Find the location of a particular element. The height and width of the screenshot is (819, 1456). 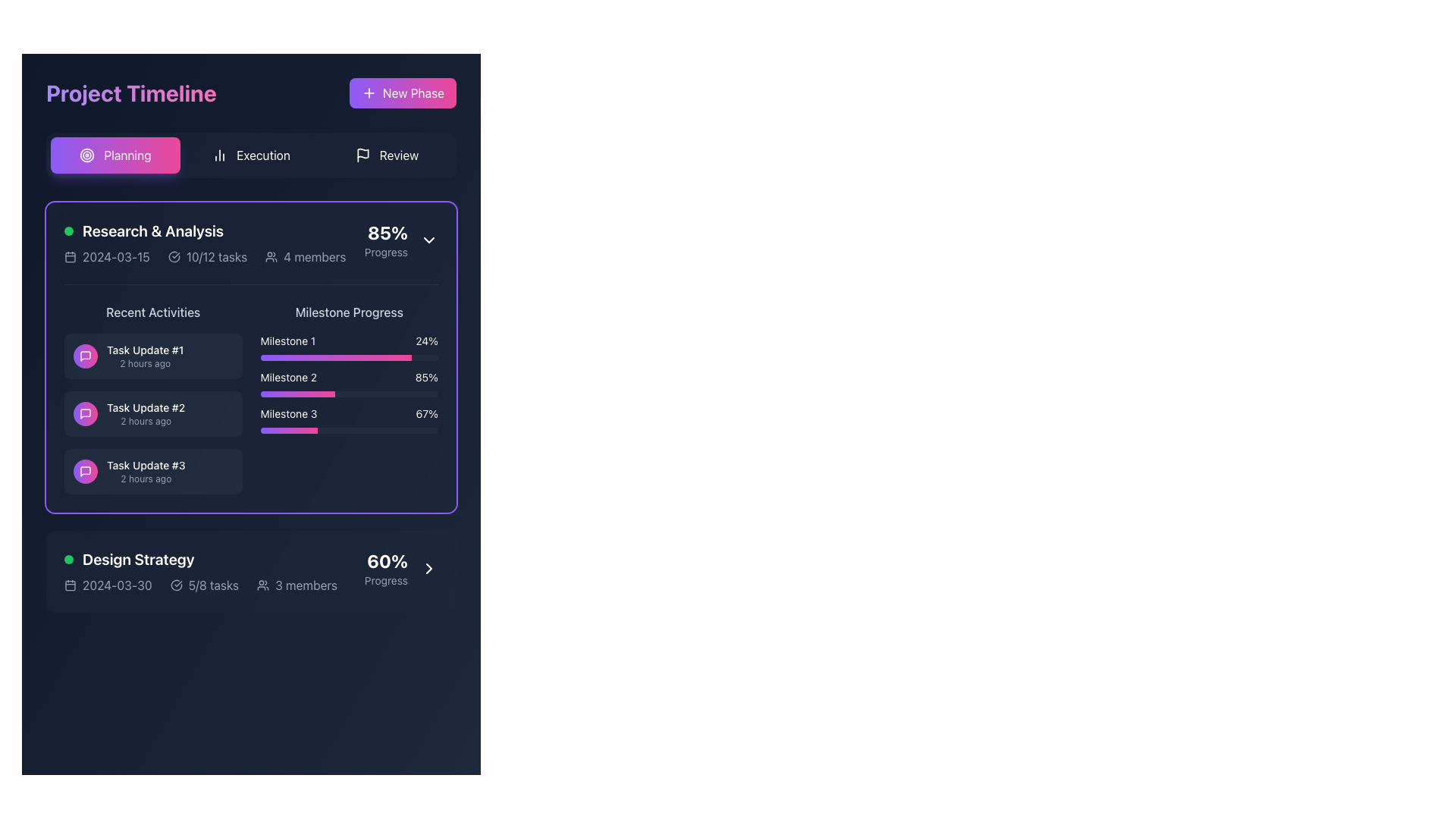

the Text Label displaying '85%' that indicates progress percentage, located at the top-right of the 'Research & Analysis' card is located at coordinates (388, 233).